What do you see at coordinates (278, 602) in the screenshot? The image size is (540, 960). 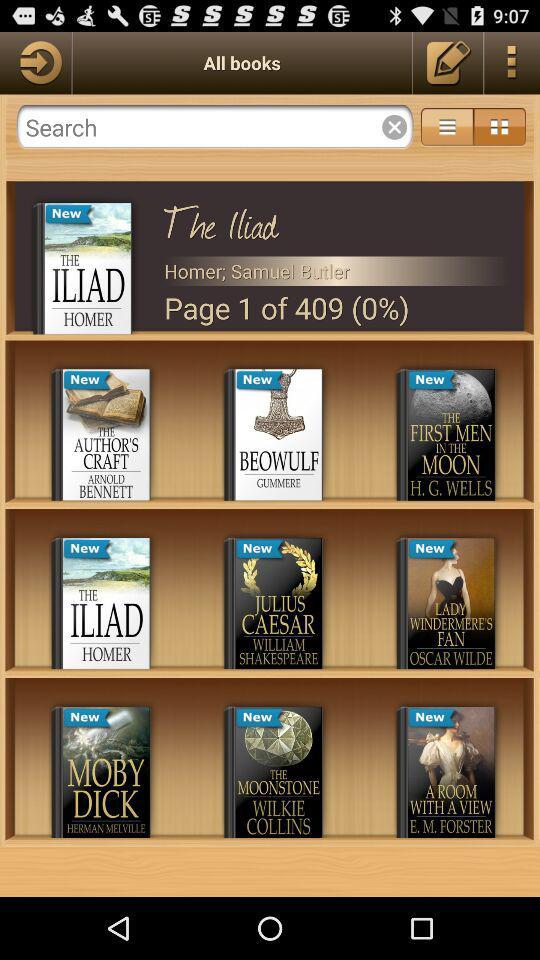 I see `the middle book in the second row` at bounding box center [278, 602].